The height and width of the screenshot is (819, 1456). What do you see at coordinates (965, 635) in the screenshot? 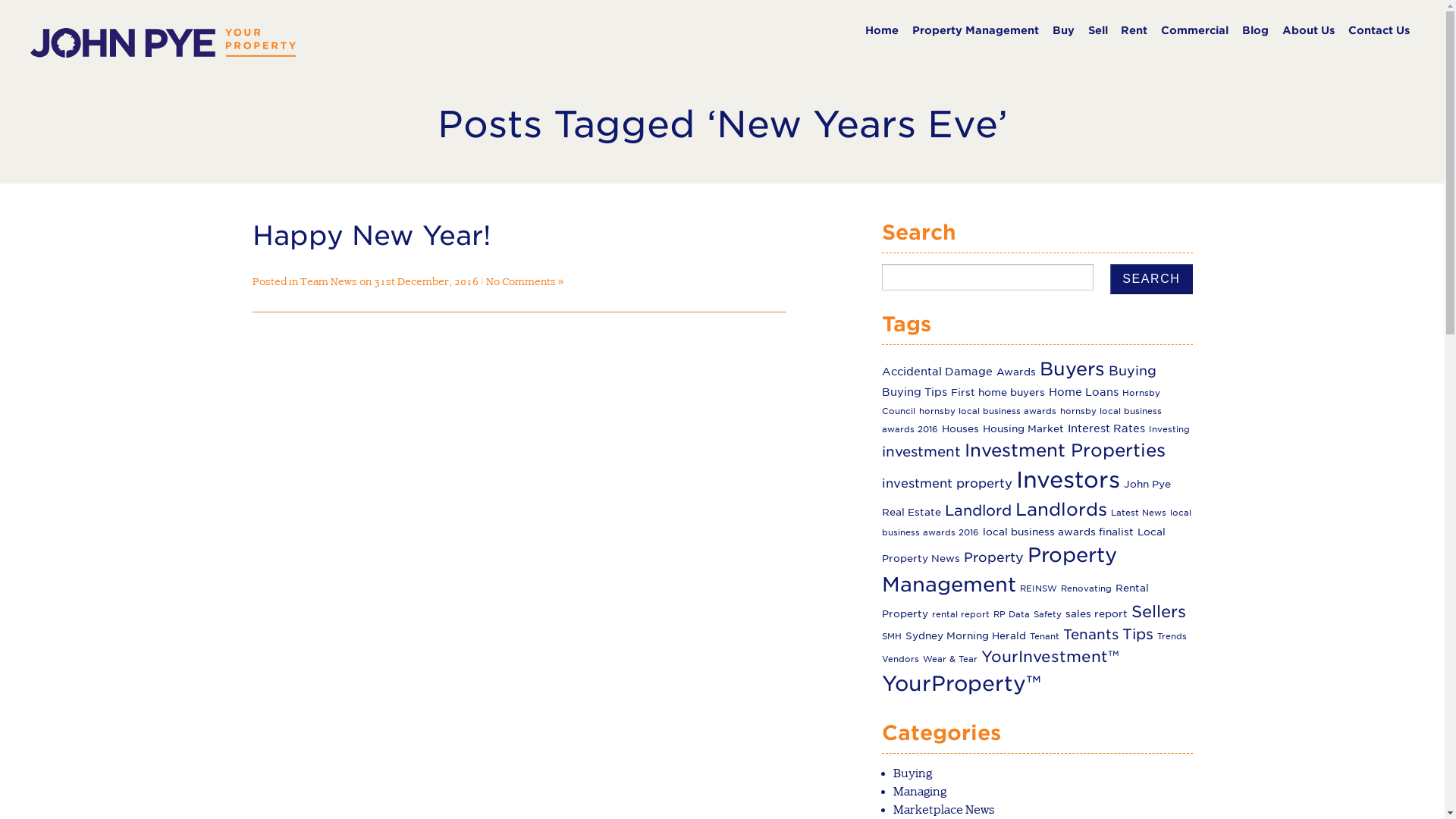
I see `'Sydney Morning Herald'` at bounding box center [965, 635].